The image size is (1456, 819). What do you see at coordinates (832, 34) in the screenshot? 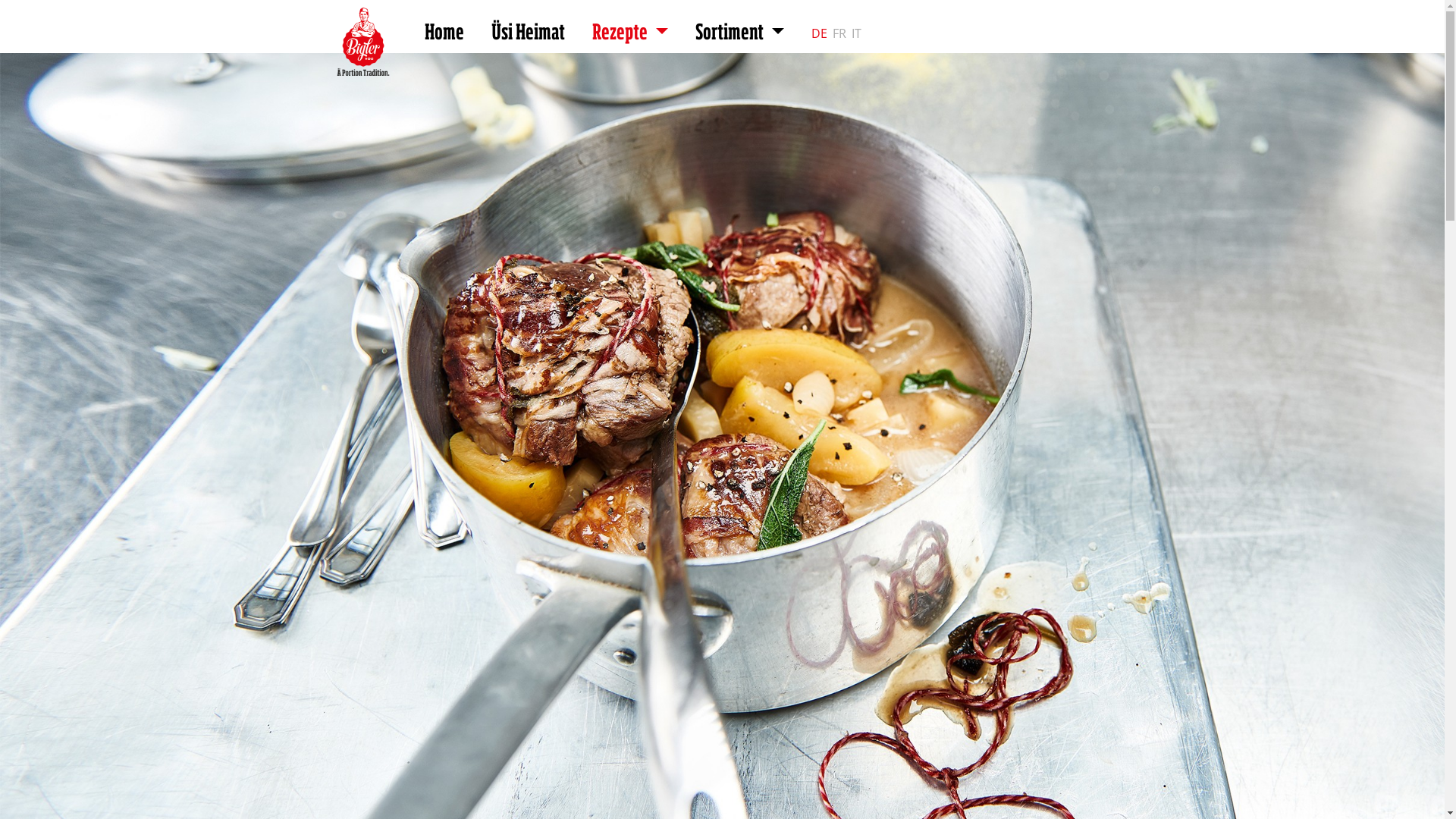
I see `'FR'` at bounding box center [832, 34].